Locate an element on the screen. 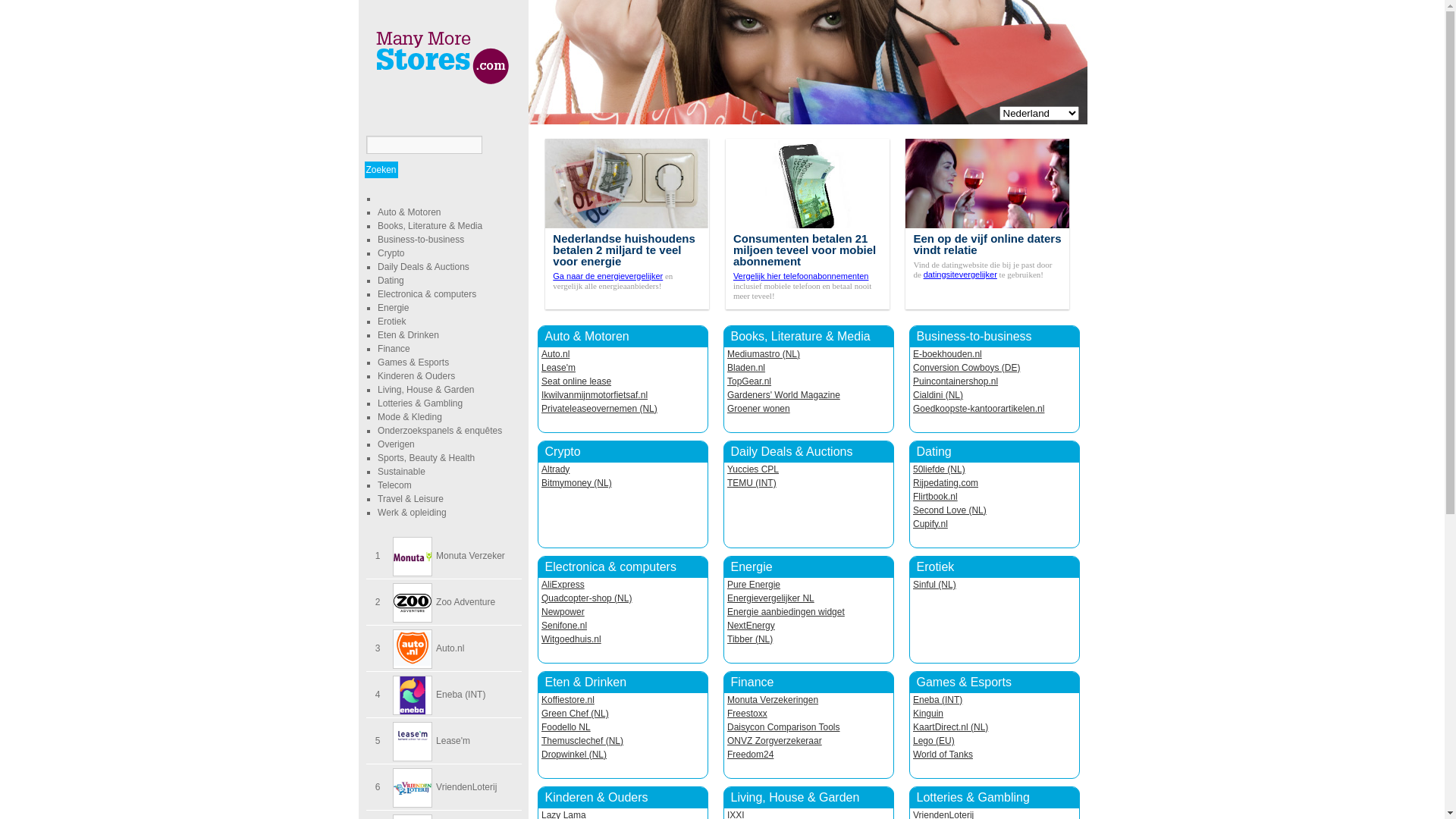  'Foodello NL' is located at coordinates (541, 726).